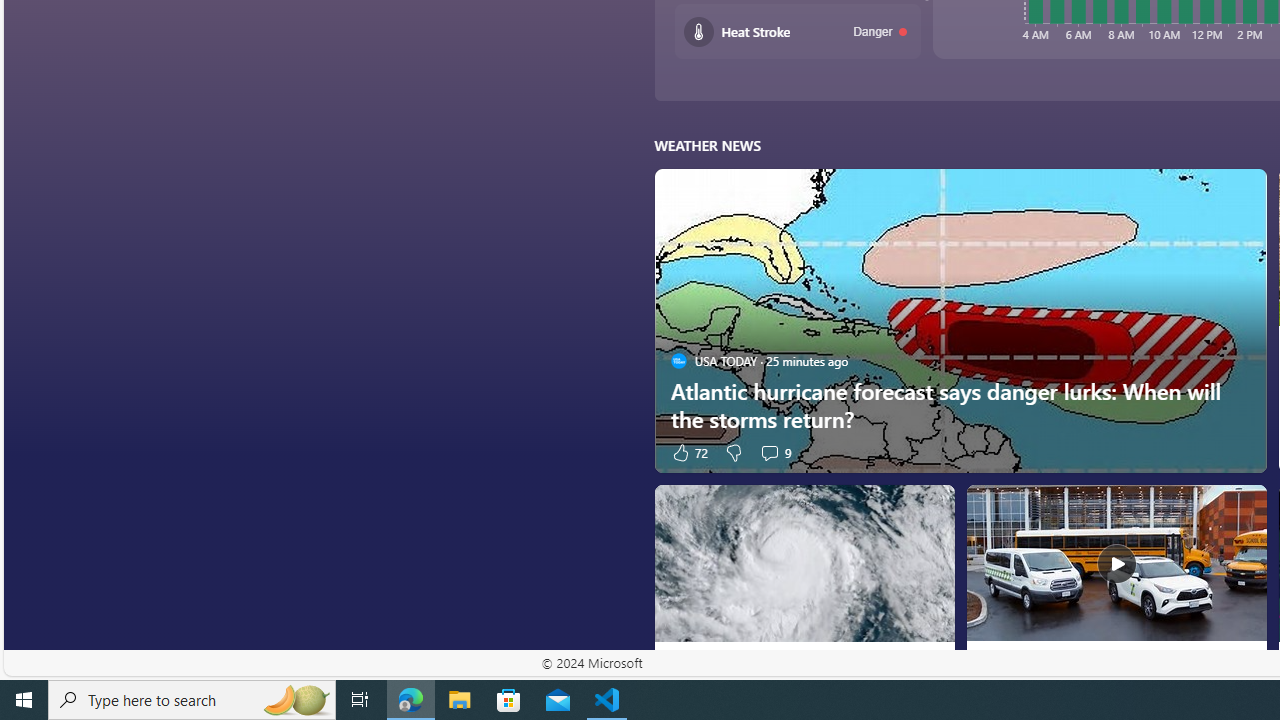  Describe the element at coordinates (774, 452) in the screenshot. I see `'View comments 9 Comment'` at that location.